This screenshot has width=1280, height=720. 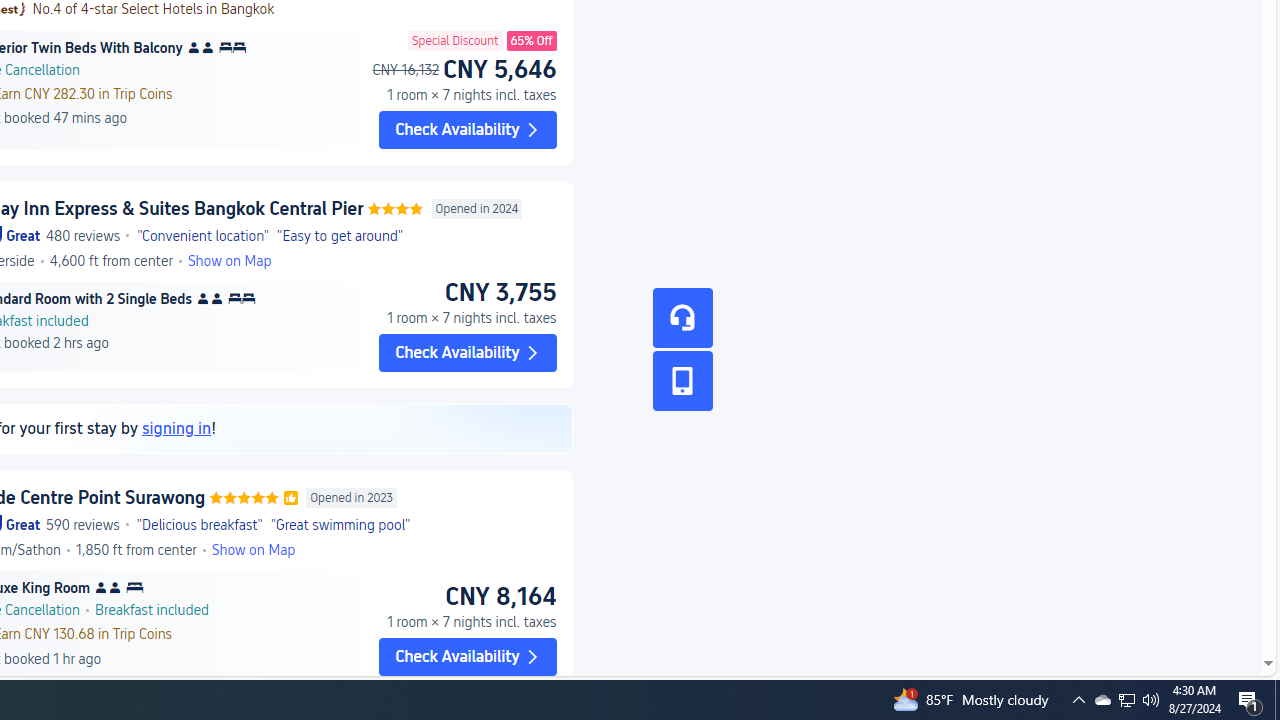 What do you see at coordinates (682, 381) in the screenshot?
I see `'App'` at bounding box center [682, 381].